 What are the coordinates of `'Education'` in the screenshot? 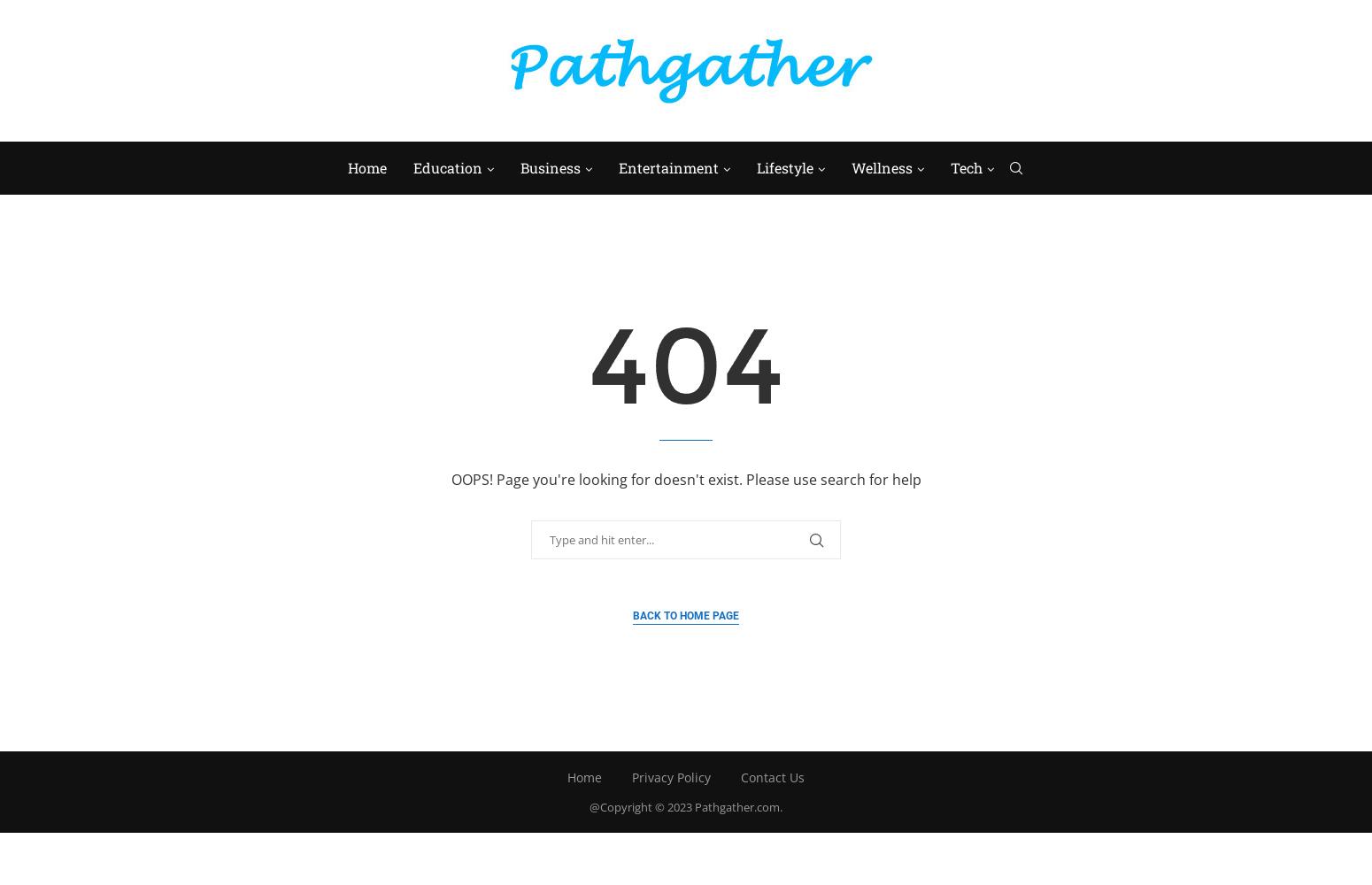 It's located at (445, 166).